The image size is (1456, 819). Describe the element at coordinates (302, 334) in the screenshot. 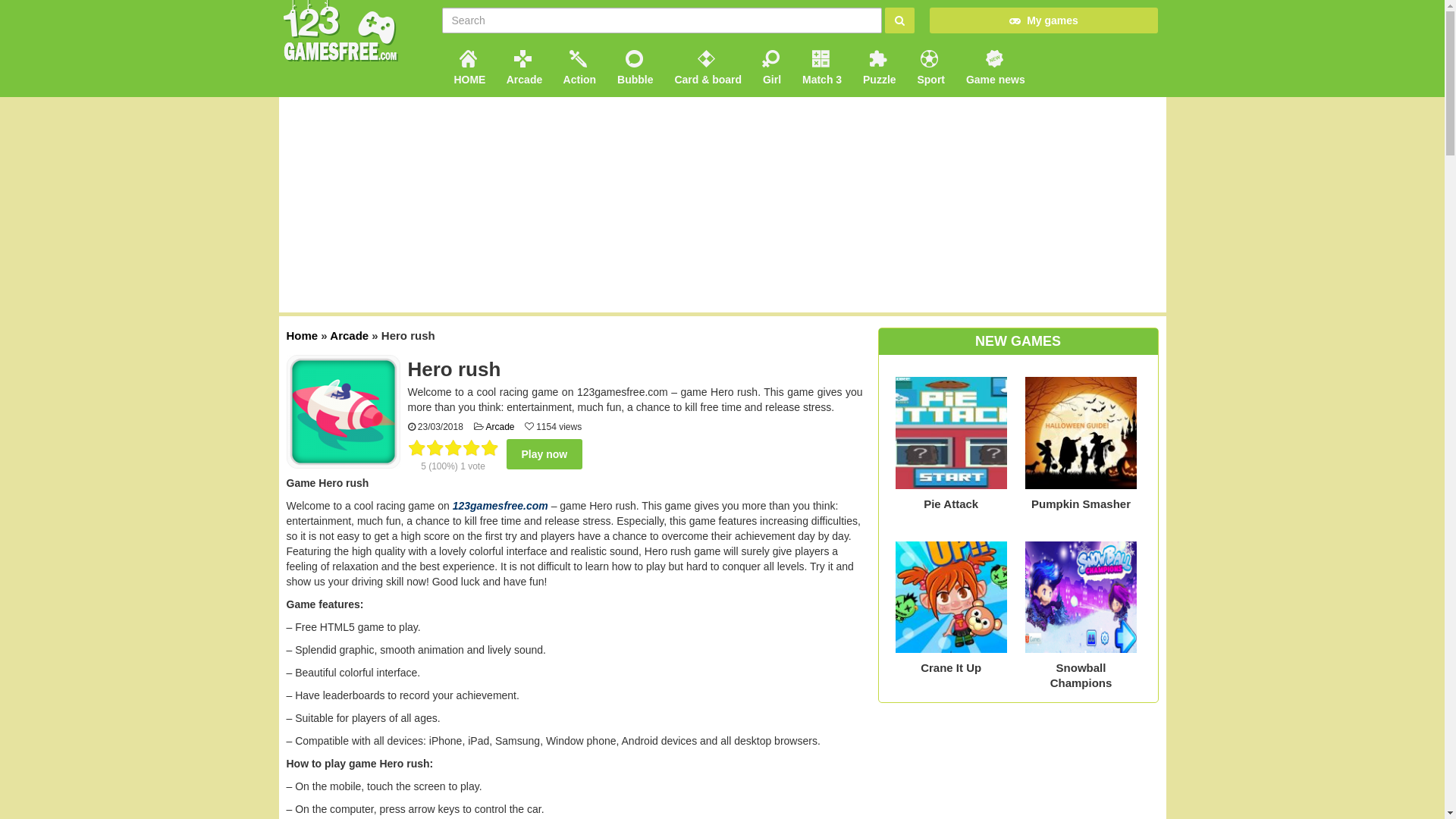

I see `'Home'` at that location.